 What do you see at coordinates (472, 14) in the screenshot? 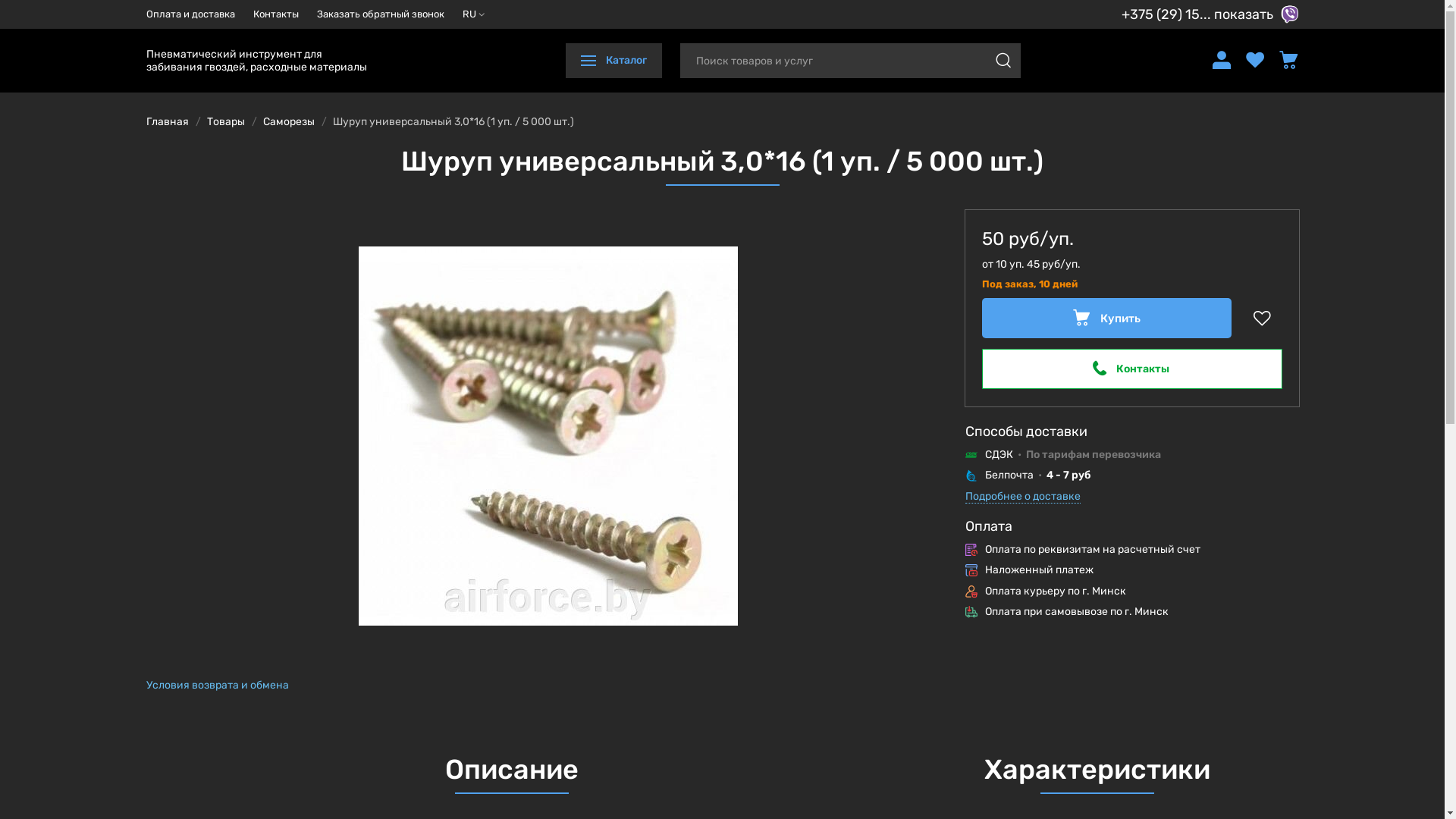
I see `'RU'` at bounding box center [472, 14].